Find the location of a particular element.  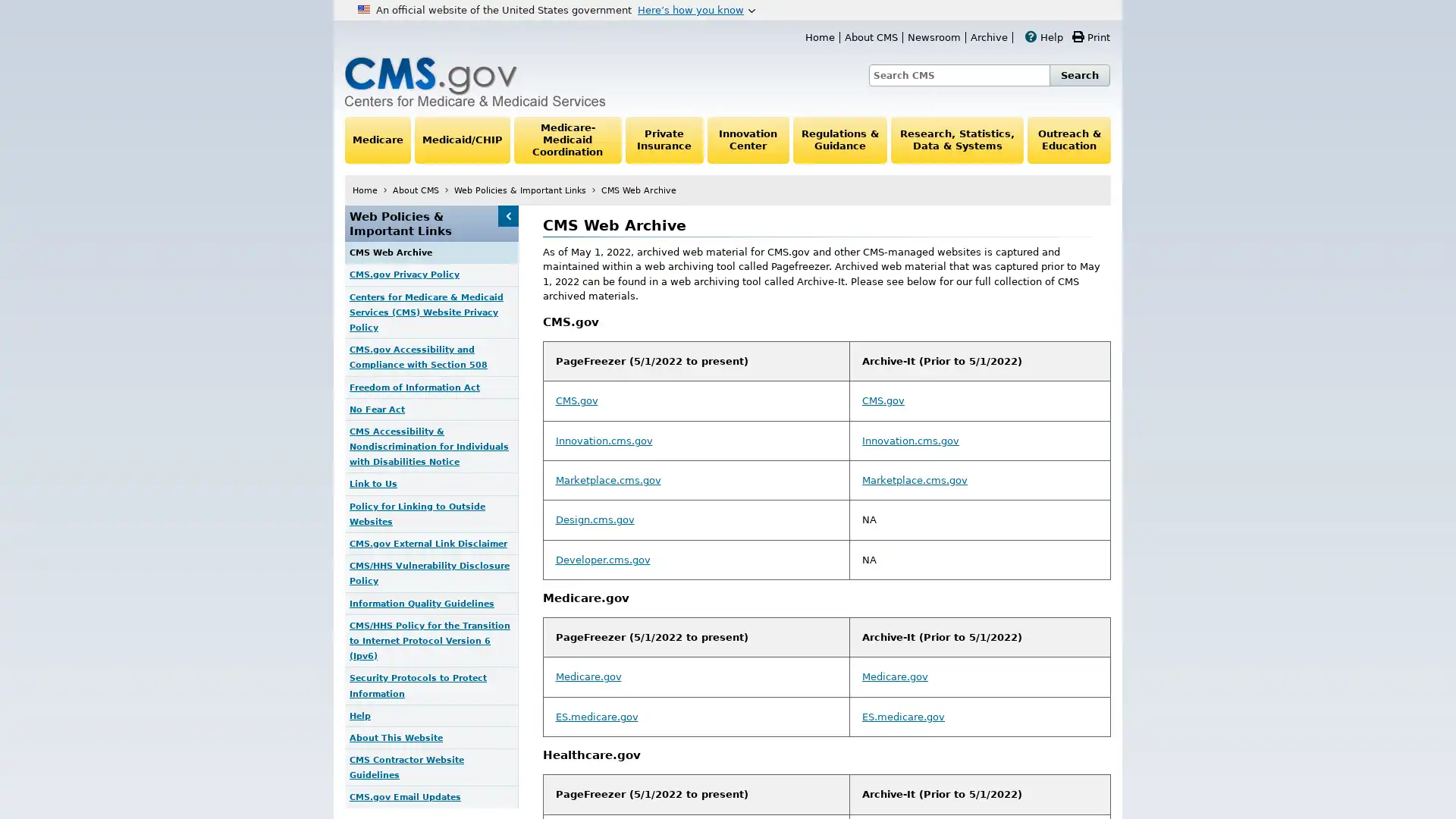

Search is located at coordinates (1079, 75).